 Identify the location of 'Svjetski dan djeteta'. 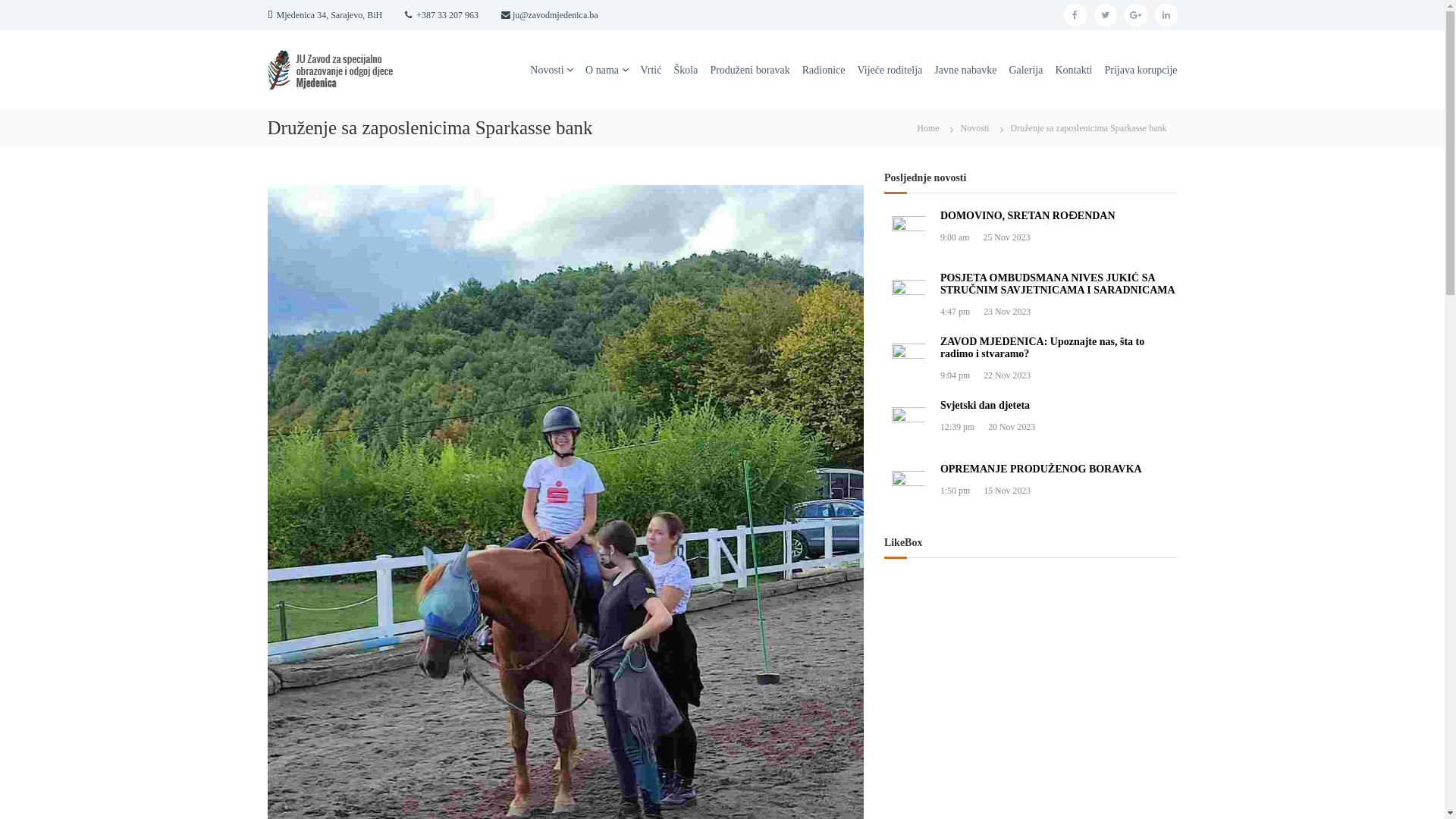
(939, 403).